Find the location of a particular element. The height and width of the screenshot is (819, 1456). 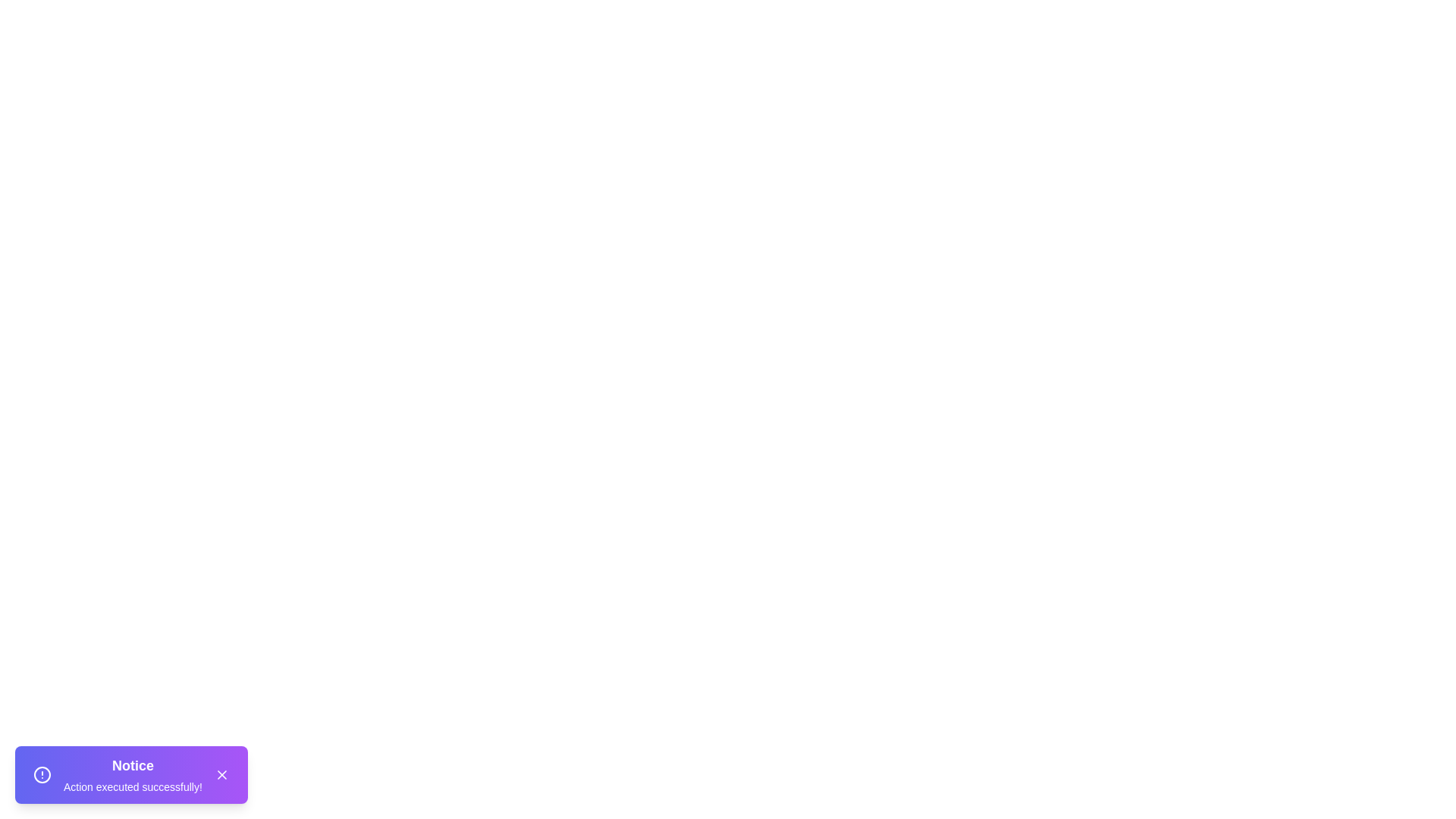

the Snackbar to observe hover effects is located at coordinates (130, 775).